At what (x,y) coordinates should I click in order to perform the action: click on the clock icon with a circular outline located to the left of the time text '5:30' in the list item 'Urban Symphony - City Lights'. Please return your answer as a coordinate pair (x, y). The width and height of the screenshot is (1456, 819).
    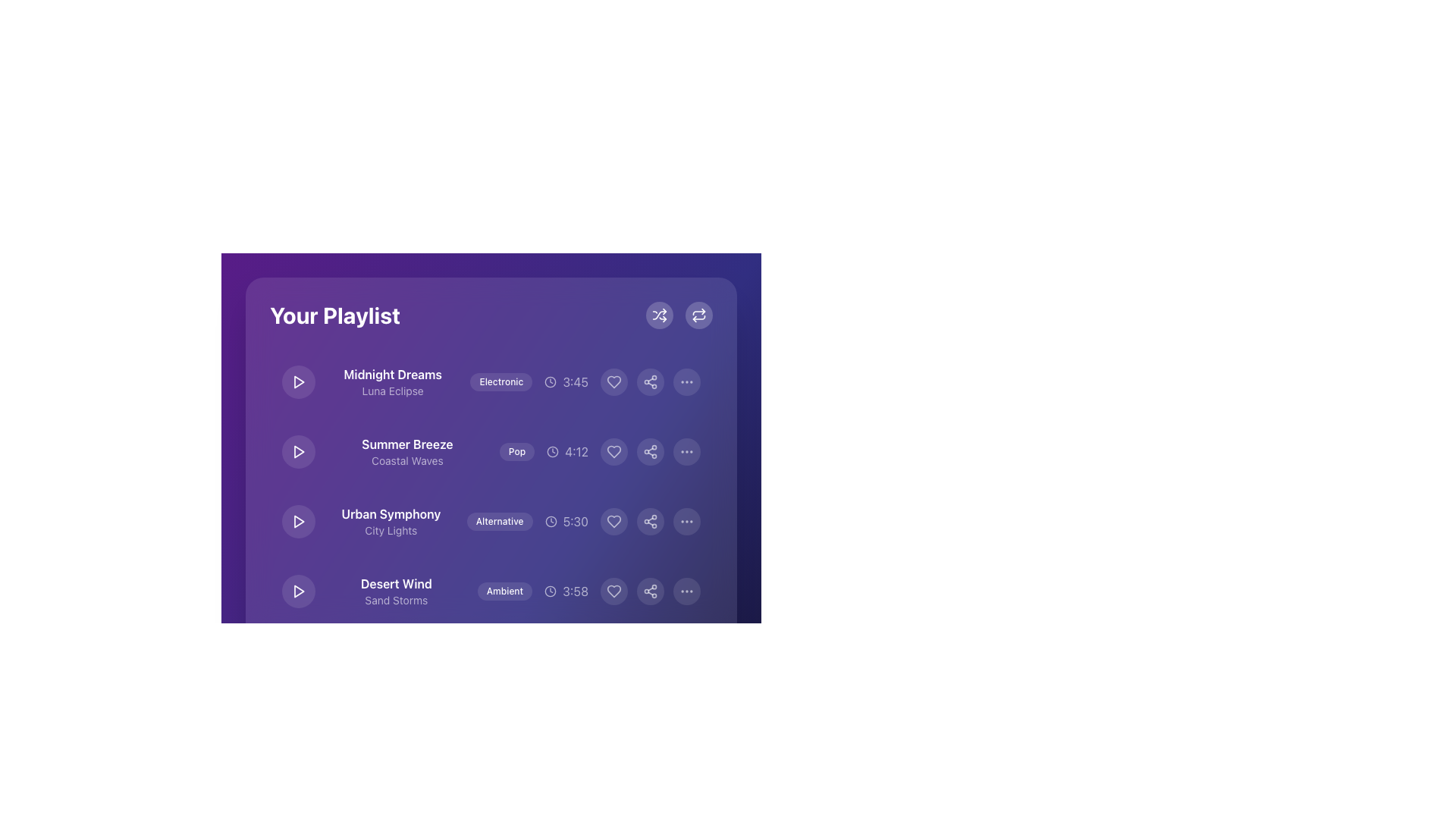
    Looking at the image, I should click on (550, 520).